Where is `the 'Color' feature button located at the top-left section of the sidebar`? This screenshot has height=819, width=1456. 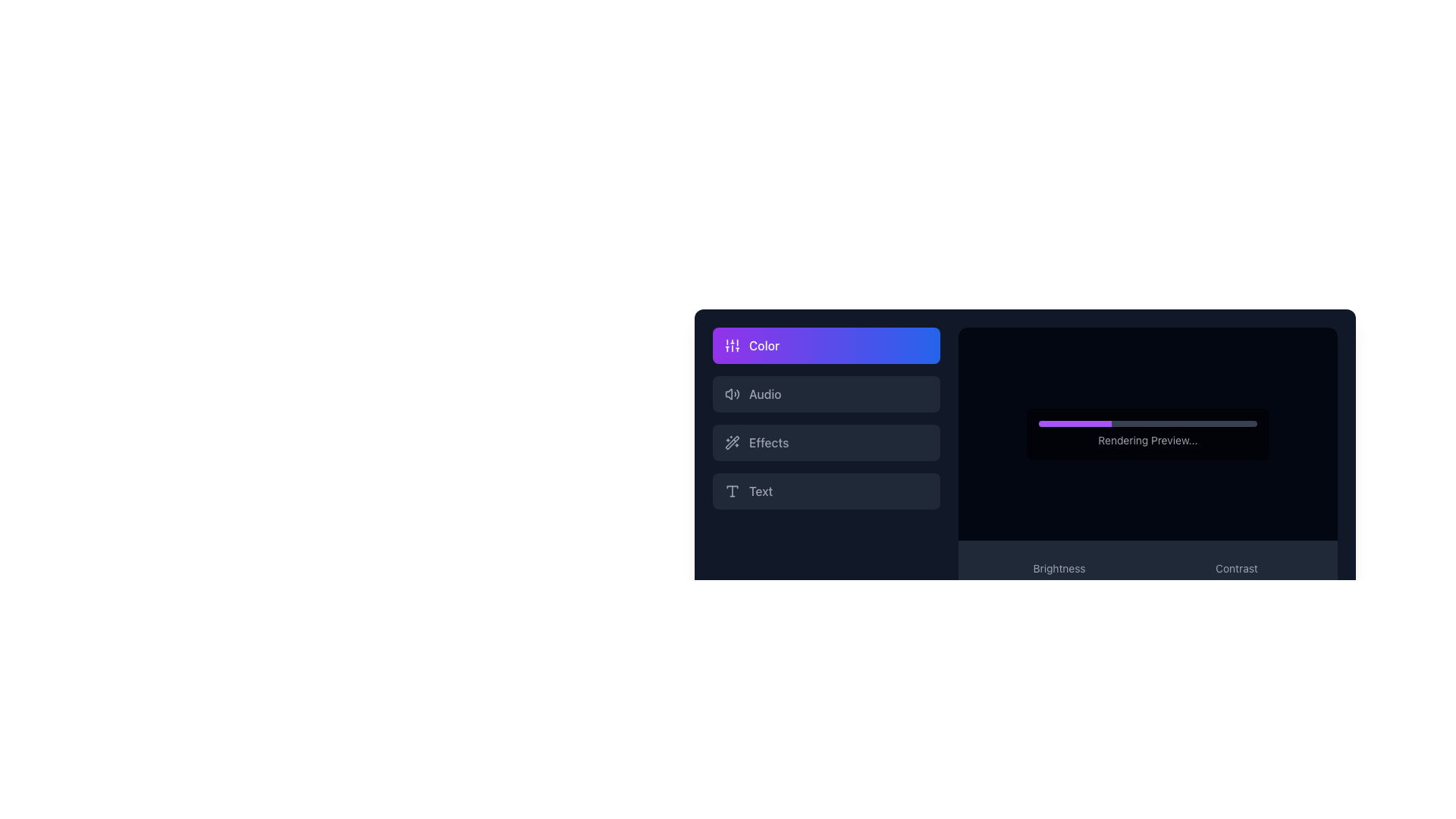
the 'Color' feature button located at the top-left section of the sidebar is located at coordinates (825, 345).